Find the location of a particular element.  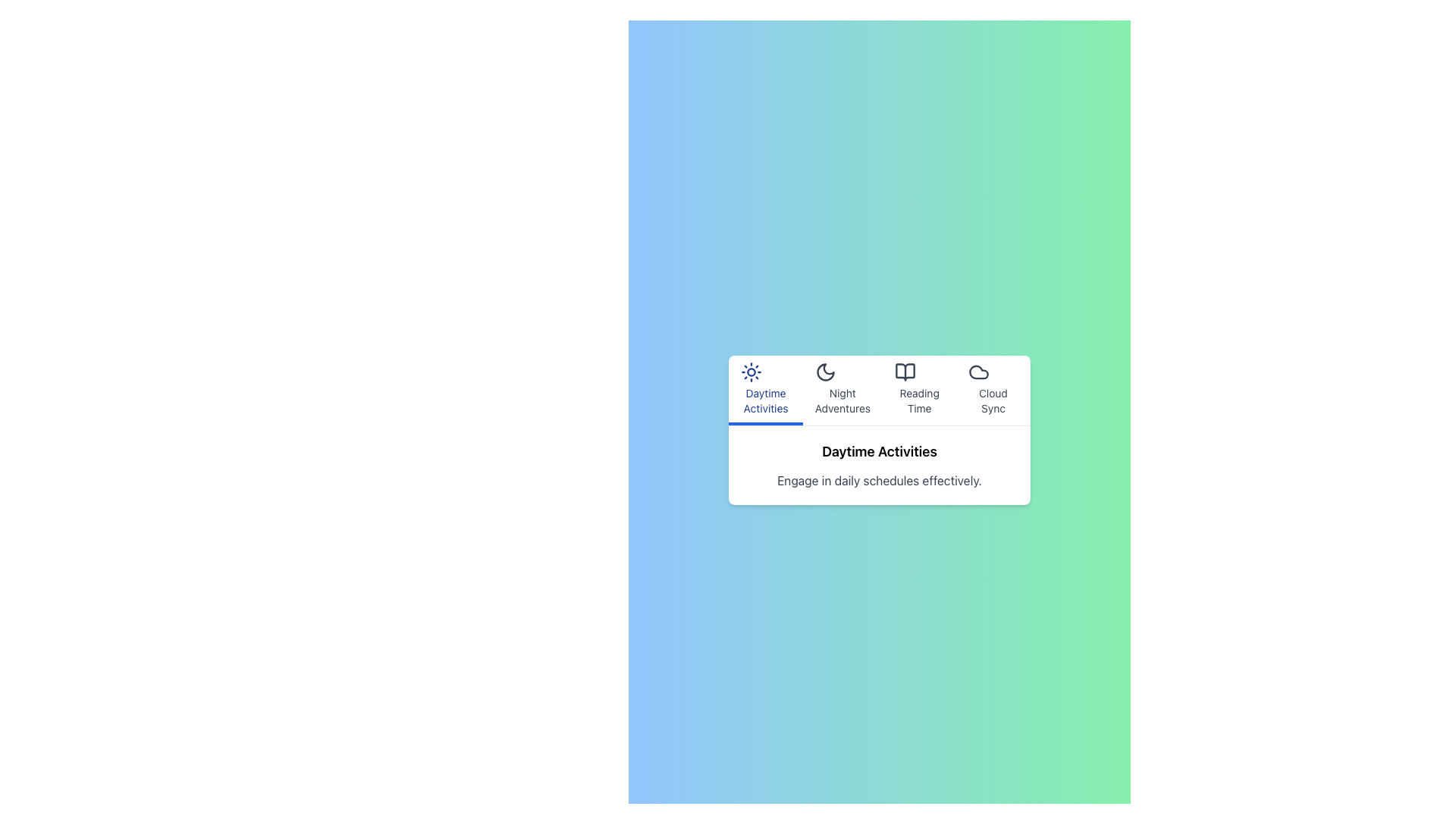

the text label displaying 'Daytime Activities', which is a bold header positioned in the center of the interface within a card-like component is located at coordinates (880, 450).